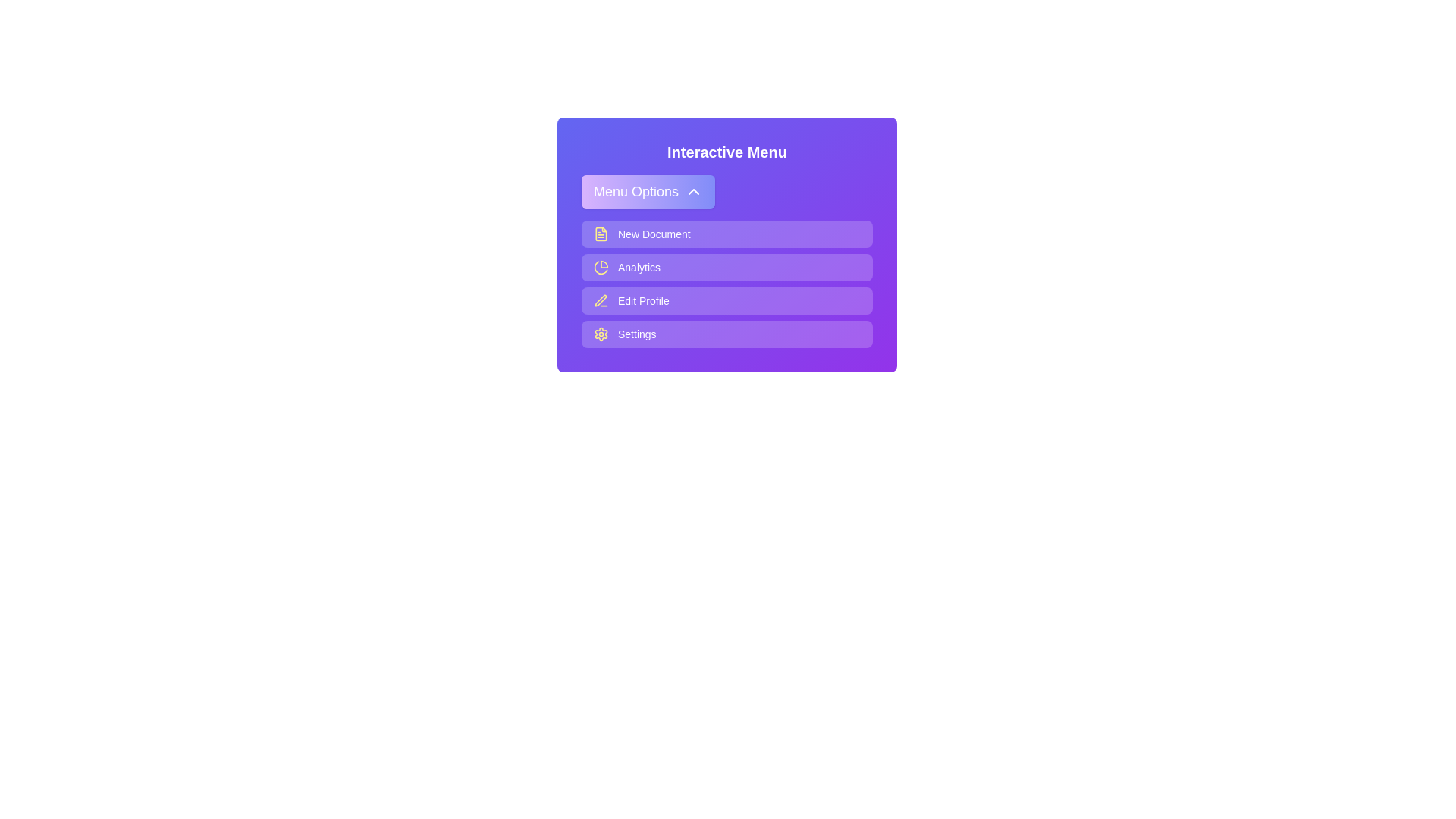  I want to click on the gear-like icon representing settings, which is the leftmost icon associated with the 'Settings' text in the menu, so click(600, 333).